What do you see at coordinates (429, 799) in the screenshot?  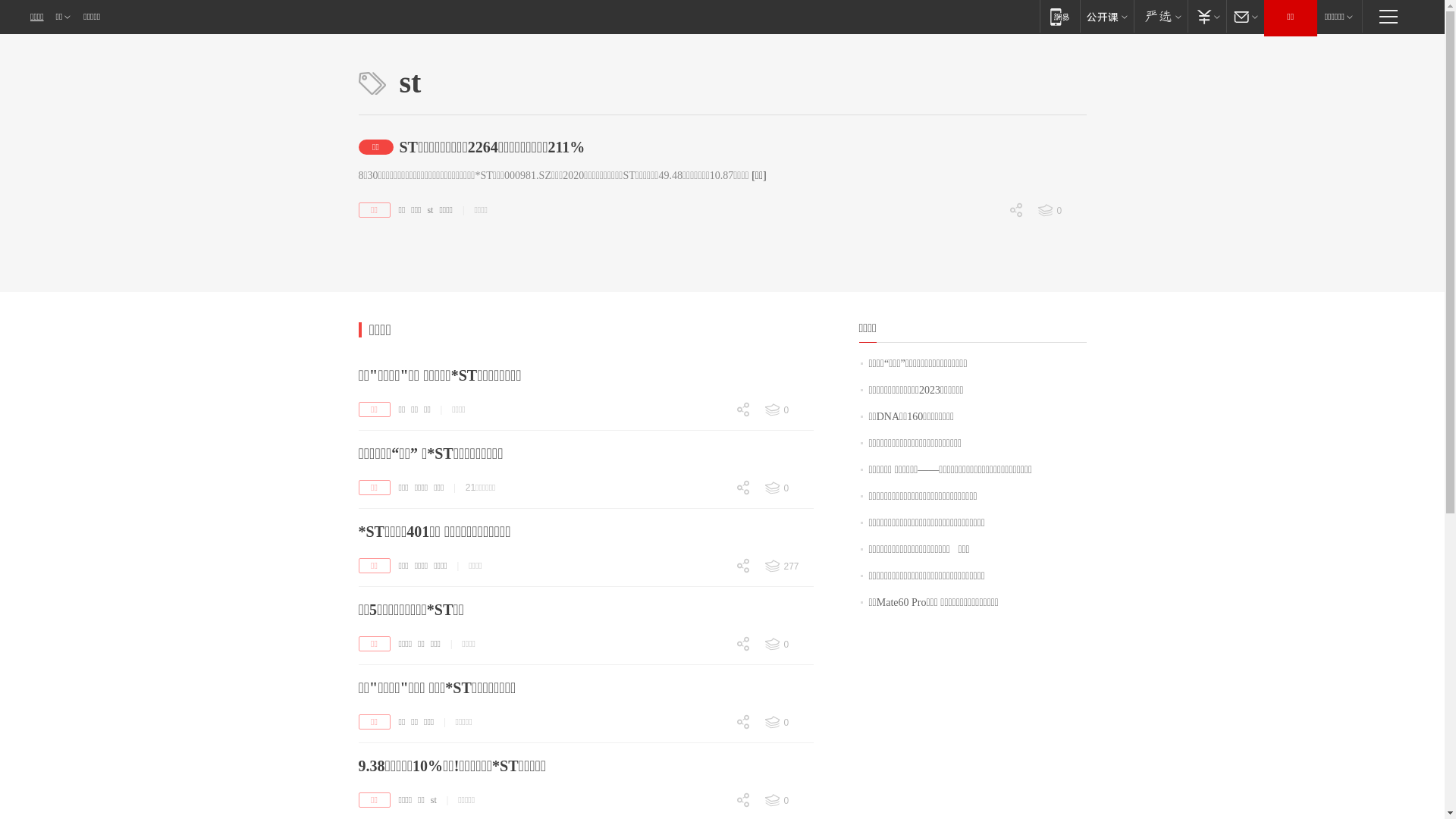 I see `'st'` at bounding box center [429, 799].